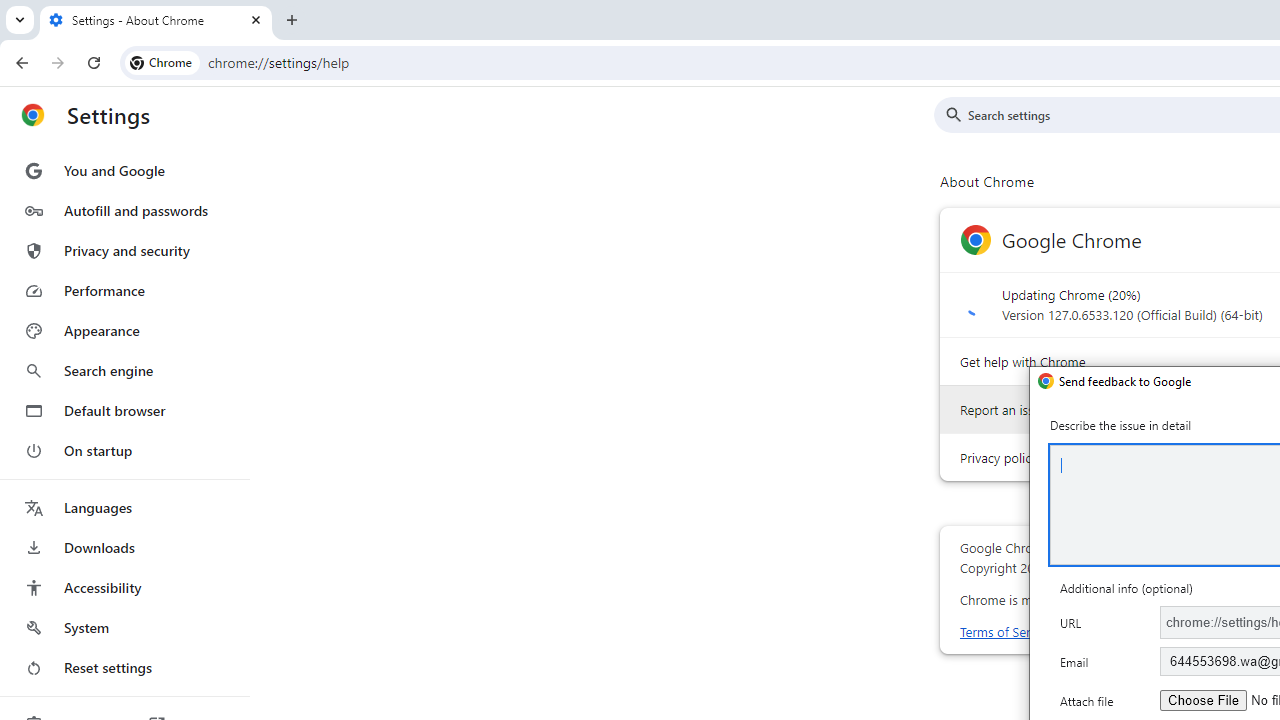 Image resolution: width=1280 pixels, height=720 pixels. Describe the element at coordinates (123, 410) in the screenshot. I see `'Default browser'` at that location.